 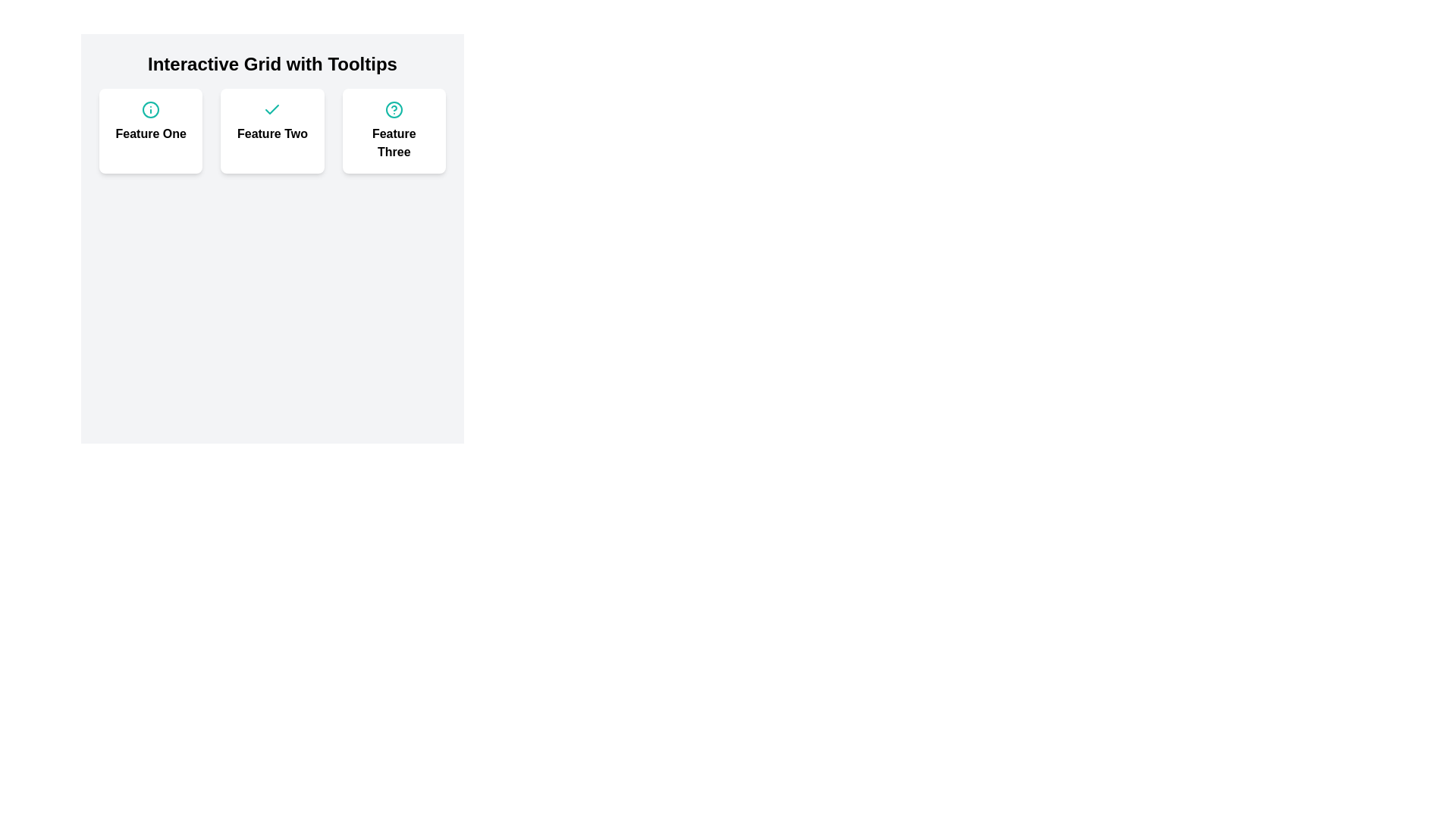 I want to click on the decorative icon located at the top-center section of the 'Feature Two' card, which symbolizes confirmation or selection, so click(x=272, y=109).